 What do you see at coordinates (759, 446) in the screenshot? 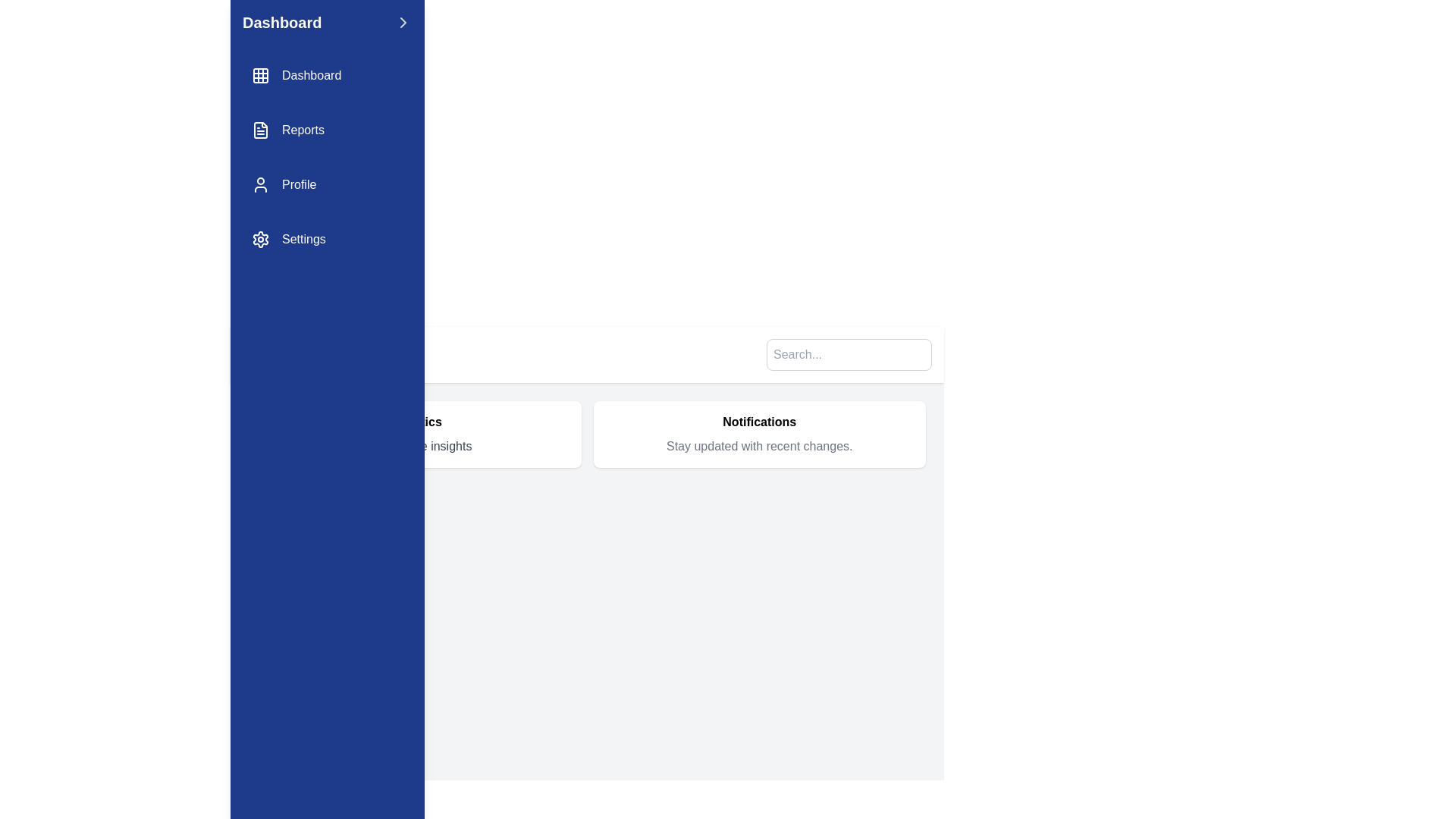
I see `the text label displaying 'Stay updated with recent changes.' which is located below the bold title 'Notifications' within a white rounded rectangle box` at bounding box center [759, 446].